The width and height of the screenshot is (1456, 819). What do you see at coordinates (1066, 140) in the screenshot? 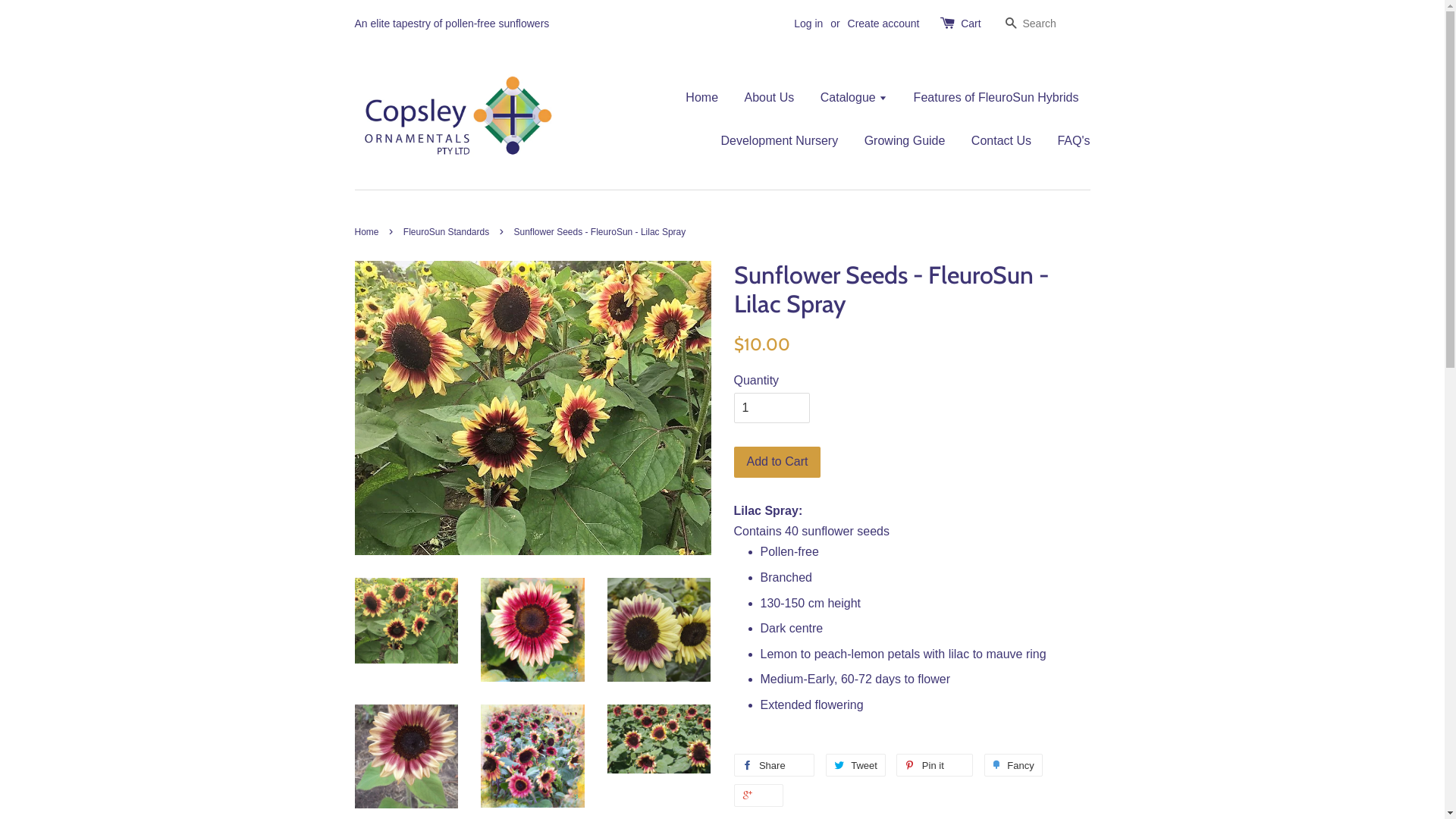
I see `'FAQ's'` at bounding box center [1066, 140].